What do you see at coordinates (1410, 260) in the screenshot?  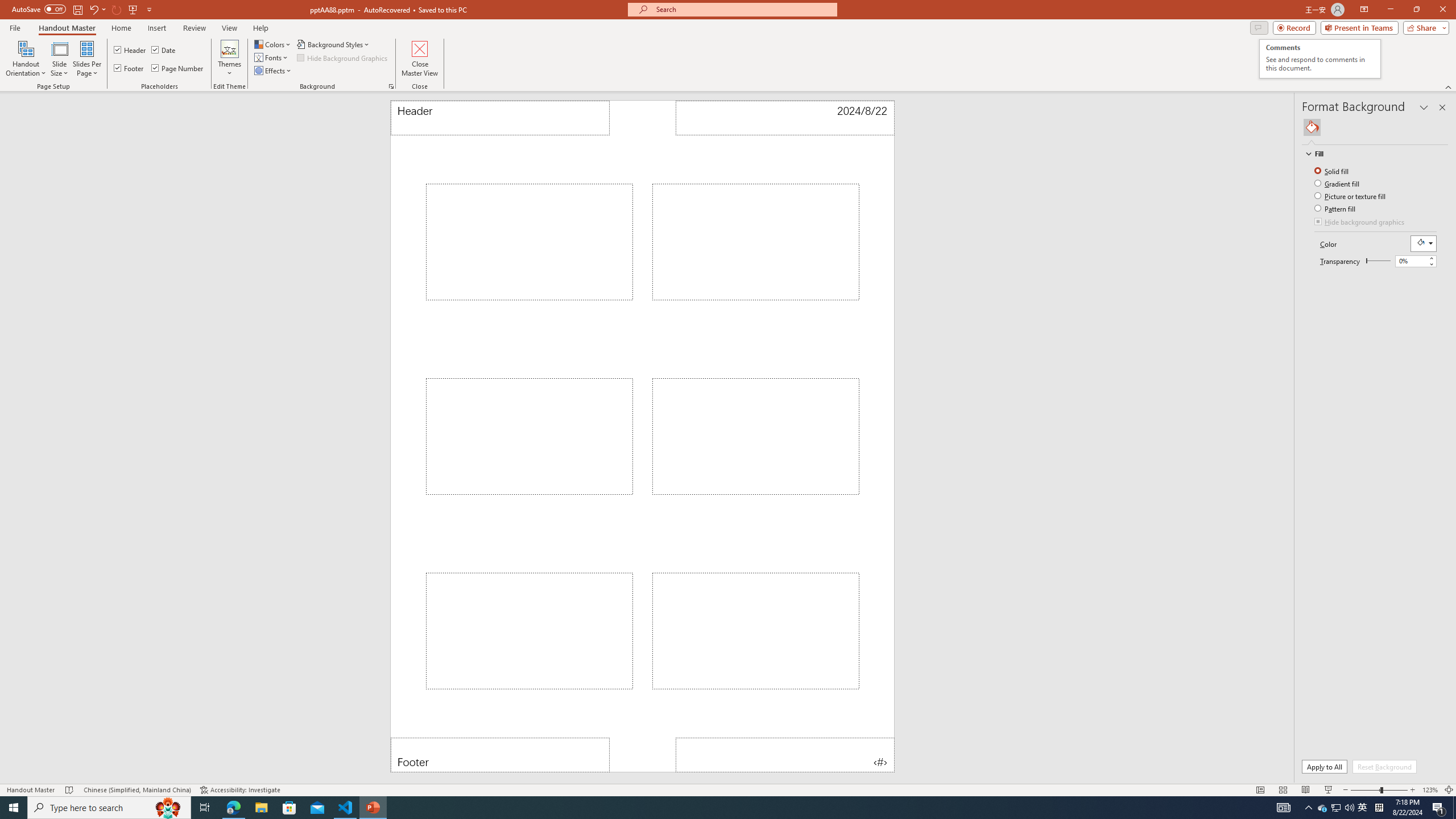 I see `'Transparency'` at bounding box center [1410, 260].